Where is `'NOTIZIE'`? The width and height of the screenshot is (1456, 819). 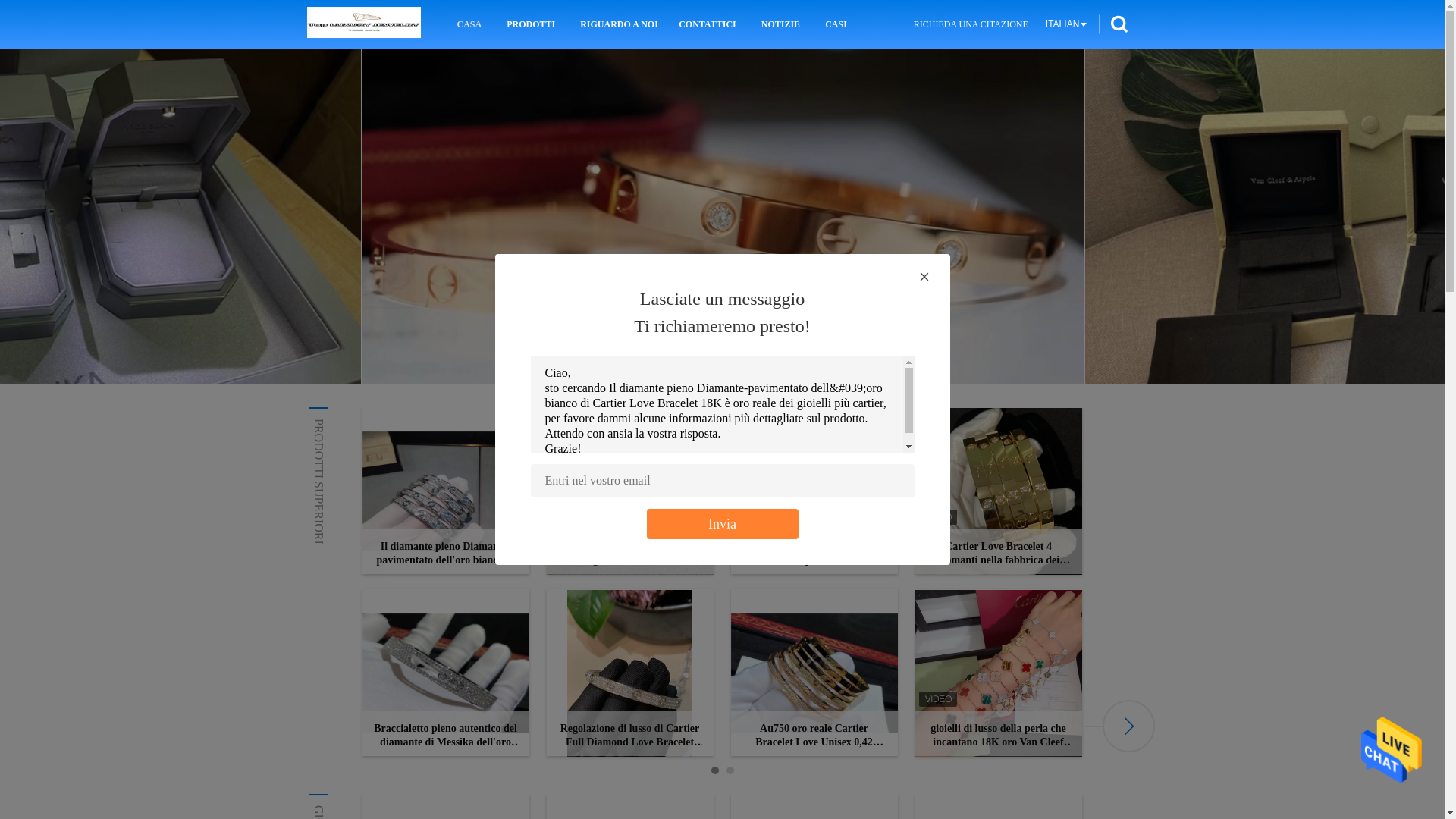
'NOTIZIE' is located at coordinates (780, 24).